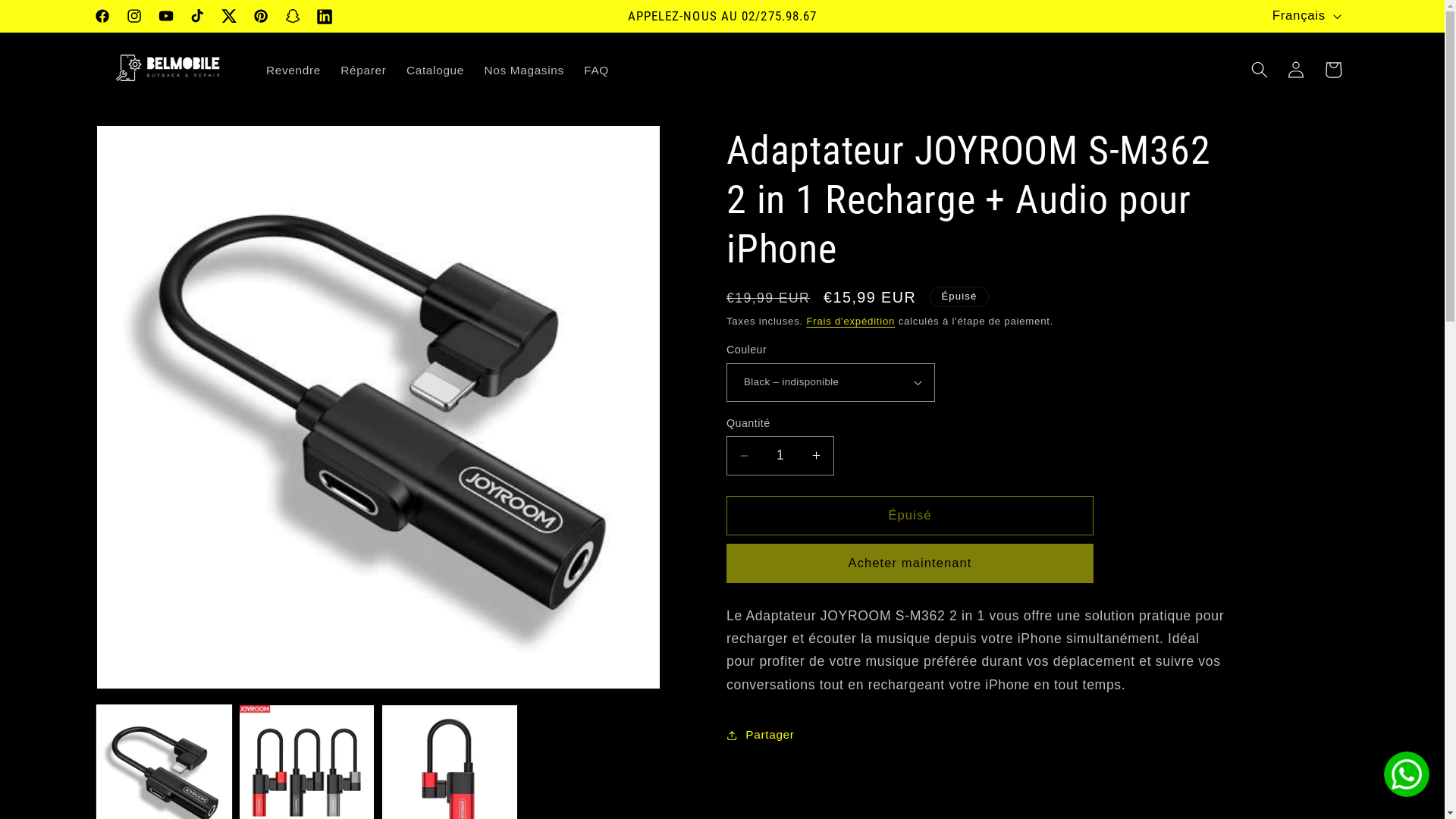 The image size is (1456, 819). What do you see at coordinates (435, 70) in the screenshot?
I see `'Catalogue'` at bounding box center [435, 70].